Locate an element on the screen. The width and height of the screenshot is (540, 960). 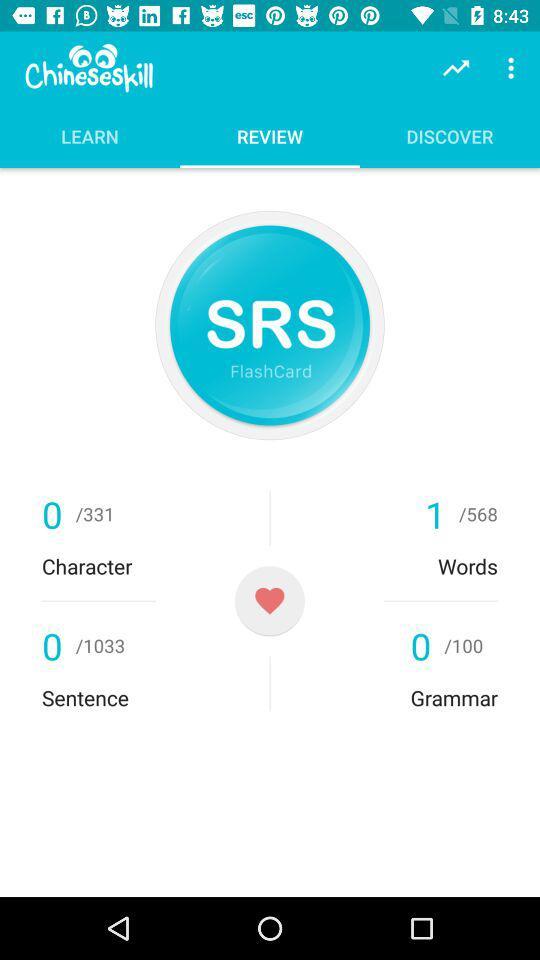
repeat system is located at coordinates (270, 325).